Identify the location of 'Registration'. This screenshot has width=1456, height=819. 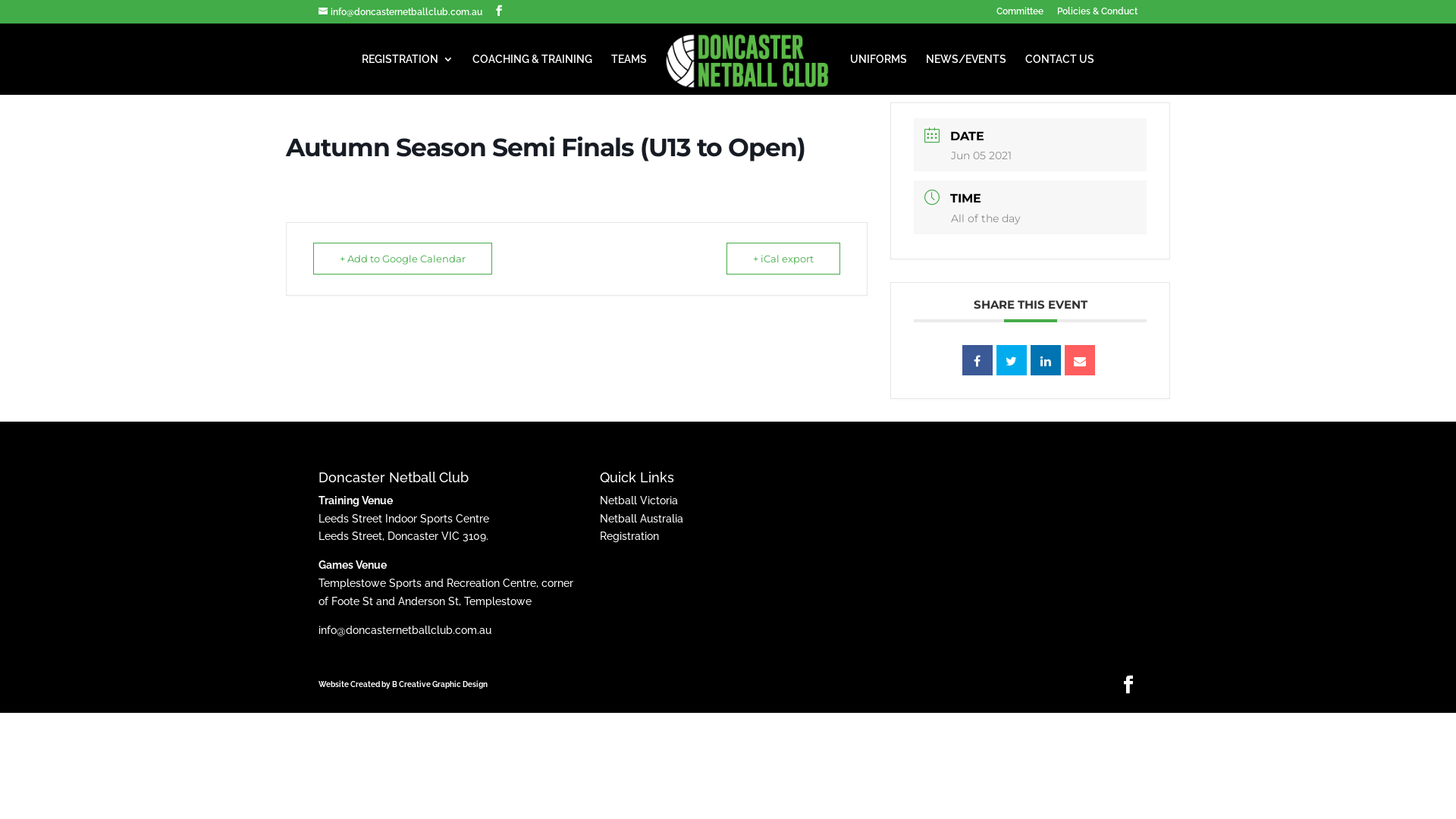
(599, 535).